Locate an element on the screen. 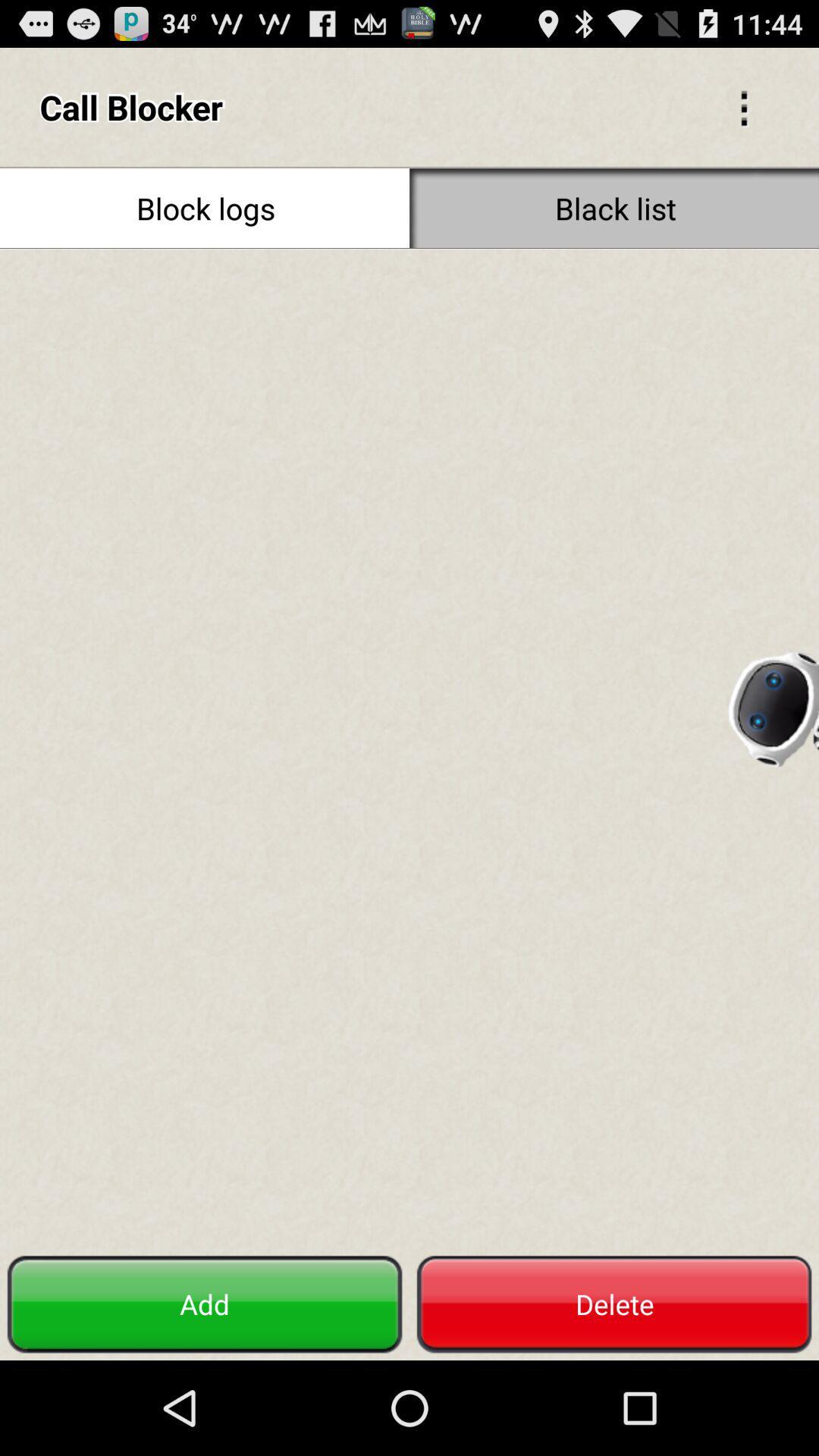 The width and height of the screenshot is (819, 1456). icon on the right is located at coordinates (772, 703).